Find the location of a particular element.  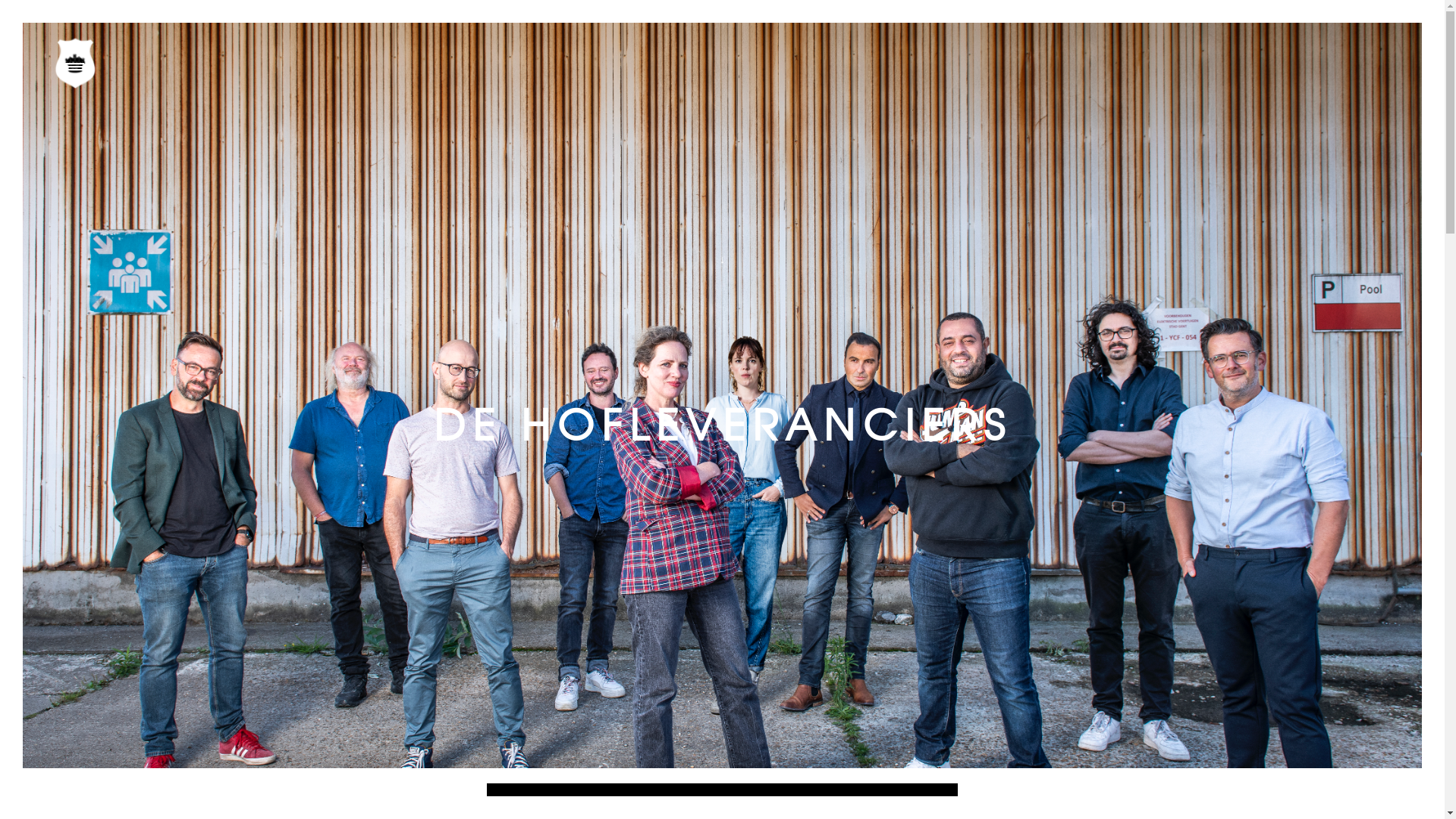

'menu' is located at coordinates (77, 65).